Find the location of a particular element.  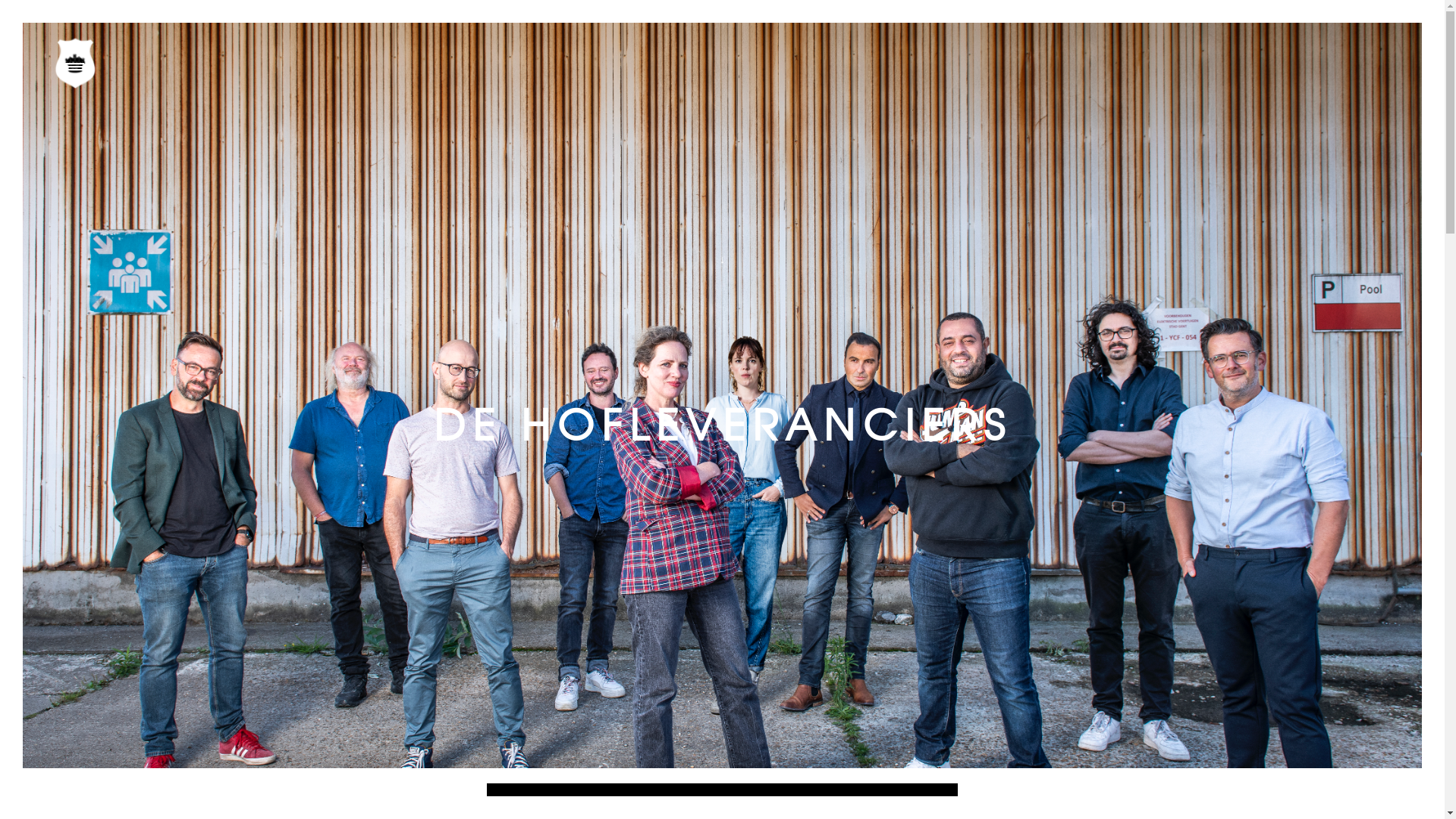

'menu' is located at coordinates (77, 65).